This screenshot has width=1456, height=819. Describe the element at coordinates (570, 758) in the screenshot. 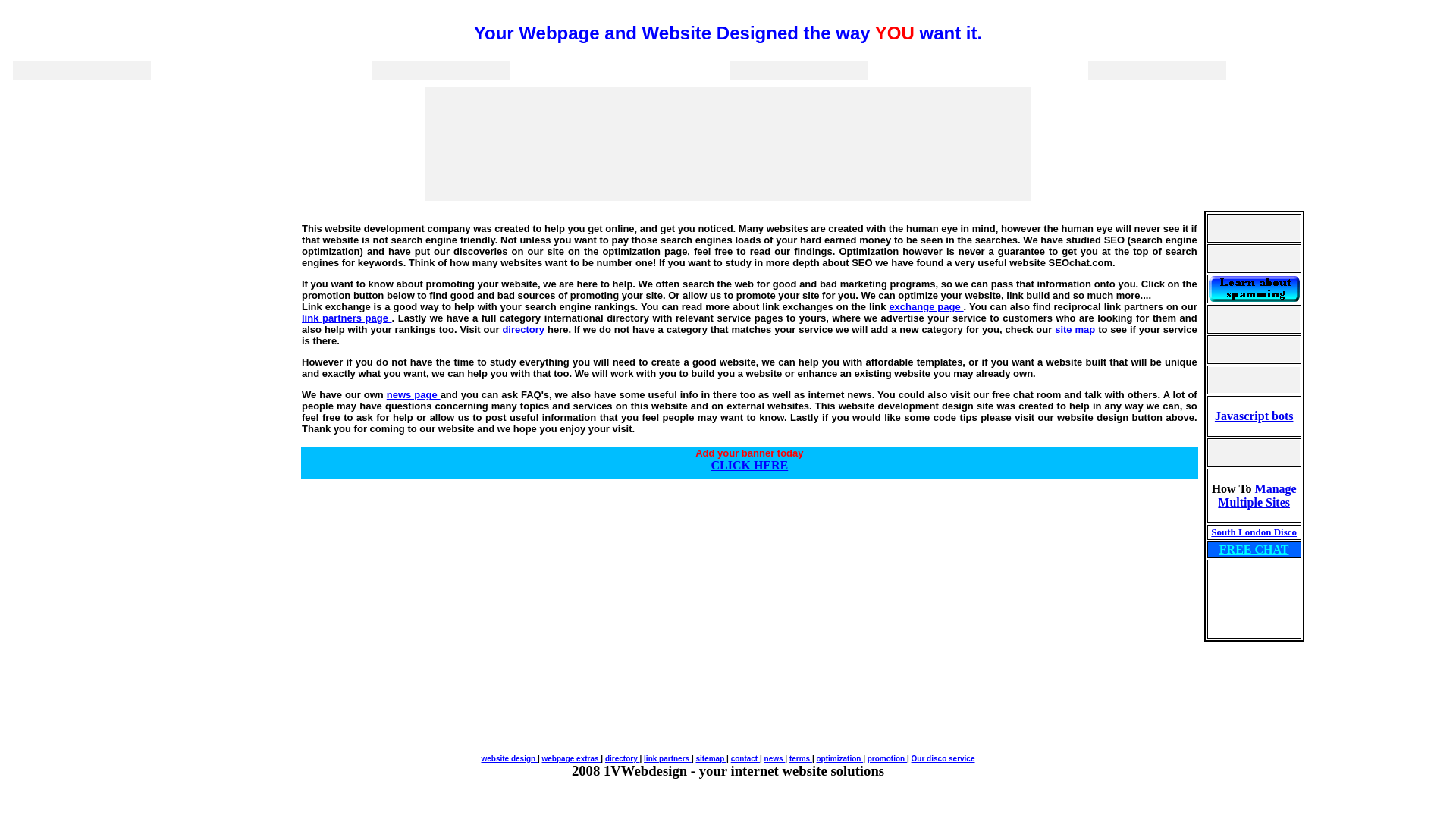

I see `'webpage extras'` at that location.